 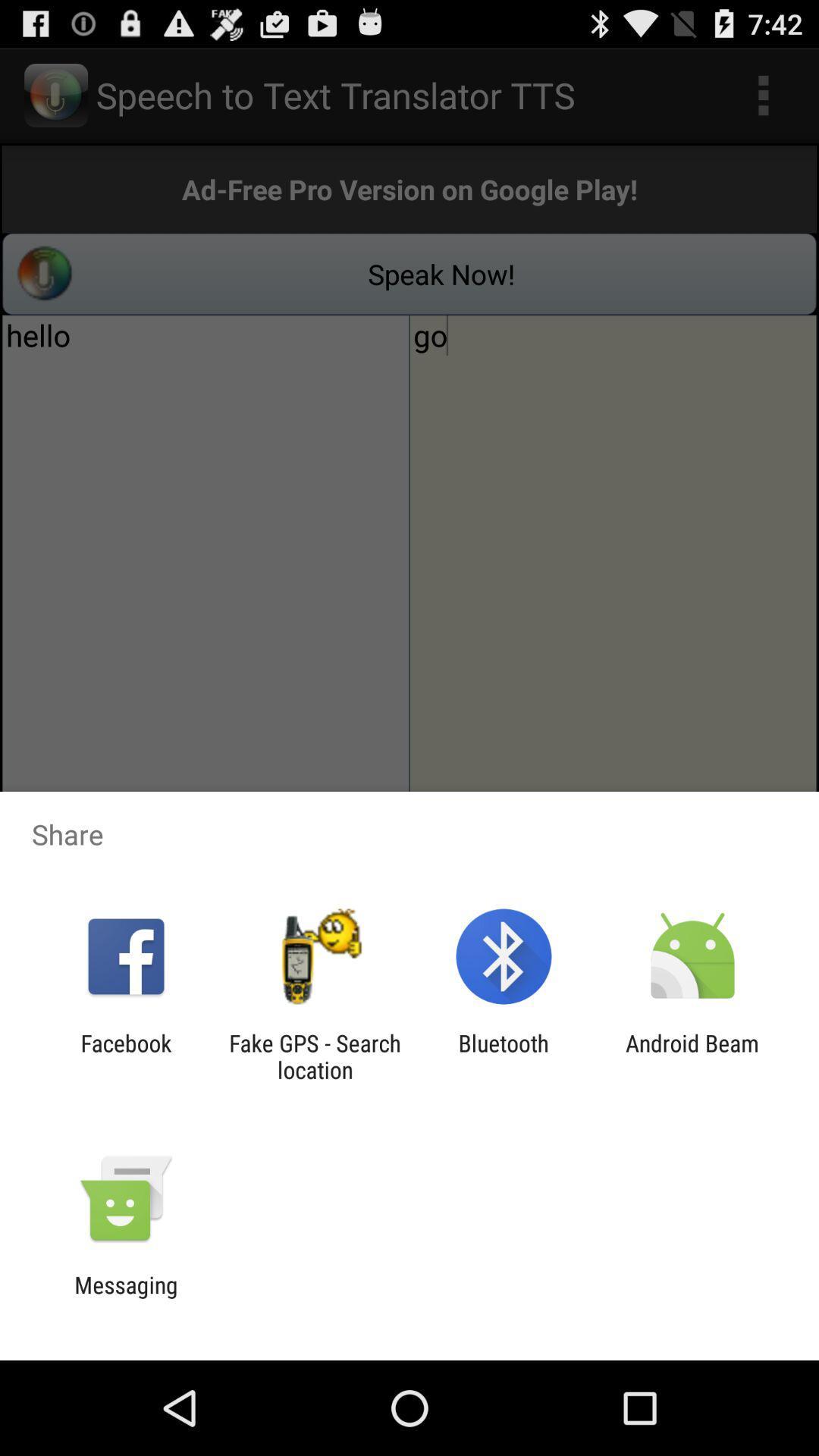 I want to click on the app next to the bluetooth app, so click(x=314, y=1056).